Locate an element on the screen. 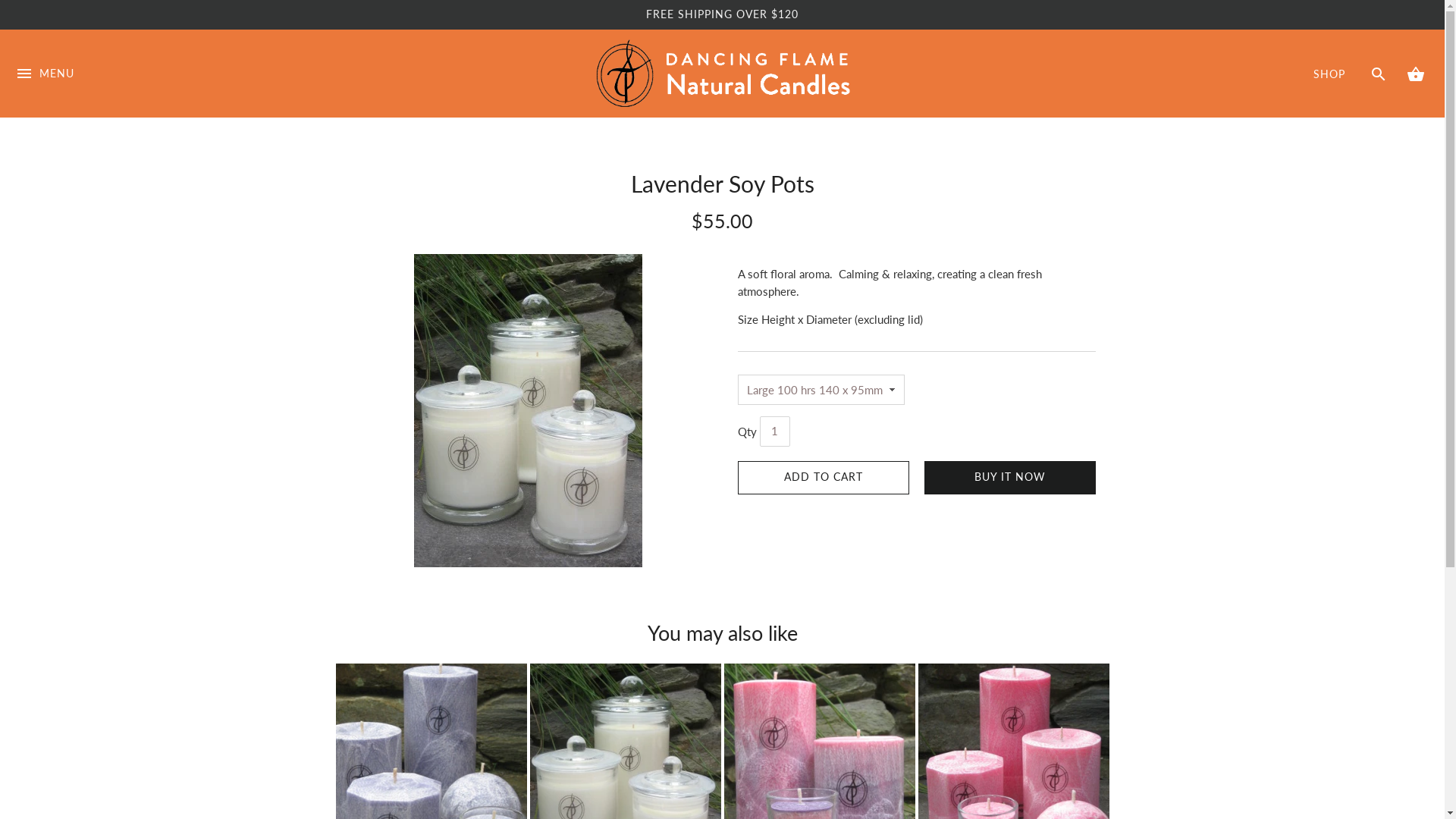 This screenshot has width=1456, height=819. 'ADD TO CART' is located at coordinates (736, 476).